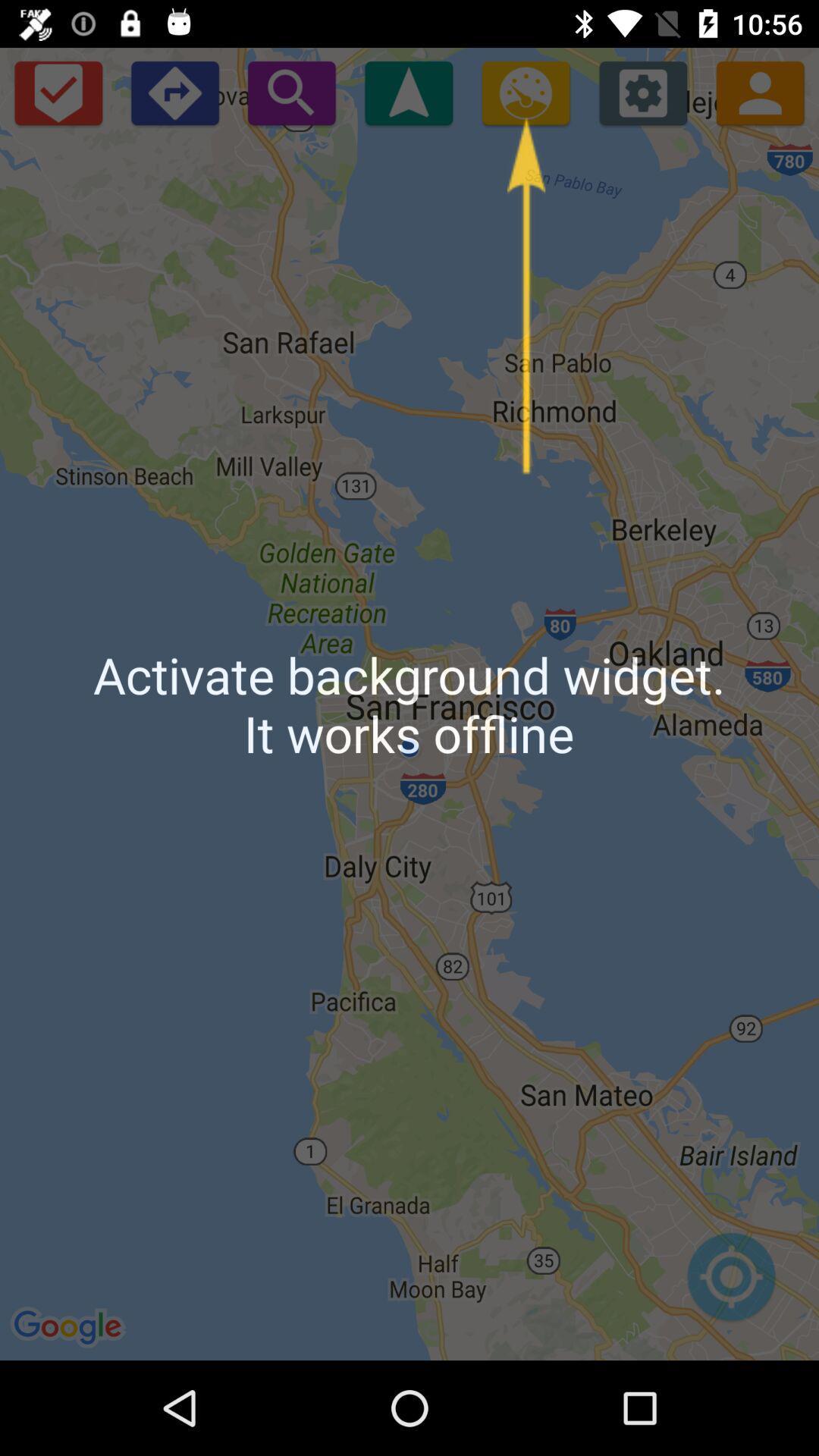 The width and height of the screenshot is (819, 1456). Describe the element at coordinates (291, 92) in the screenshot. I see `the search icon` at that location.